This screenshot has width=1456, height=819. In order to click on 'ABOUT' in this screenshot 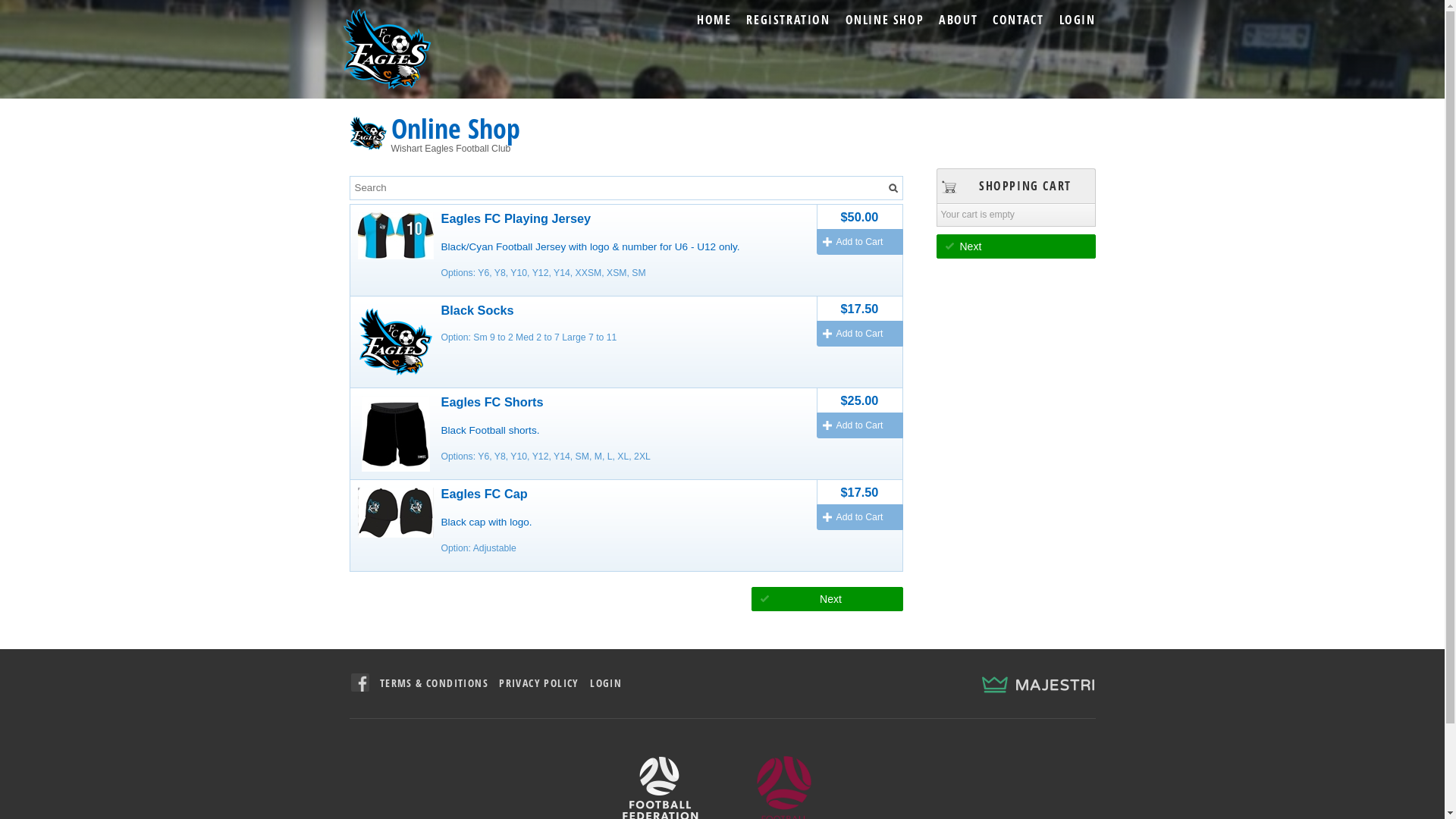, I will do `click(957, 20)`.